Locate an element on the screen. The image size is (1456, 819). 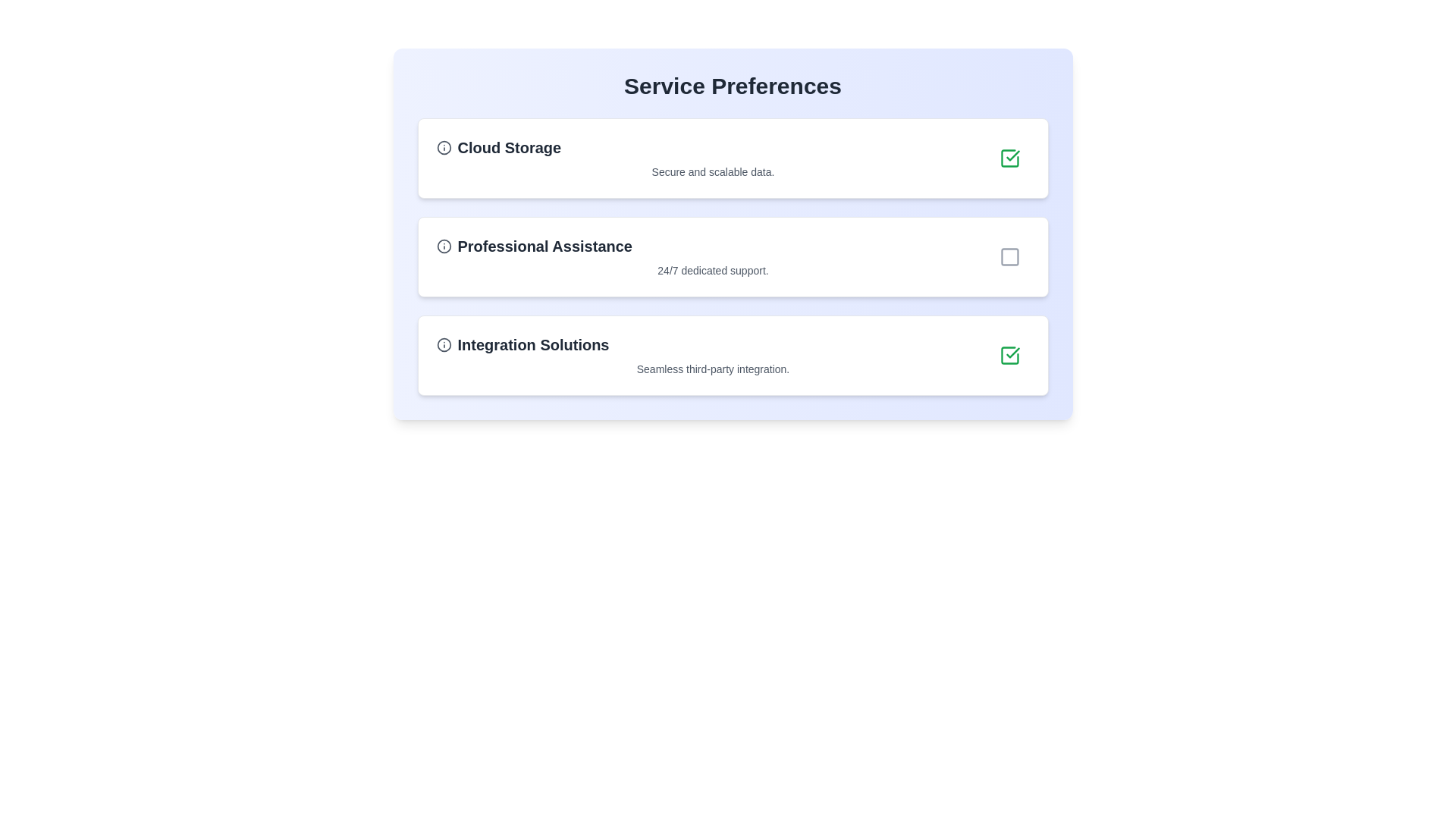
details of the 'Integration Solutions' informative card, which is the third card in the vertical list under 'Service Preferences' is located at coordinates (733, 356).